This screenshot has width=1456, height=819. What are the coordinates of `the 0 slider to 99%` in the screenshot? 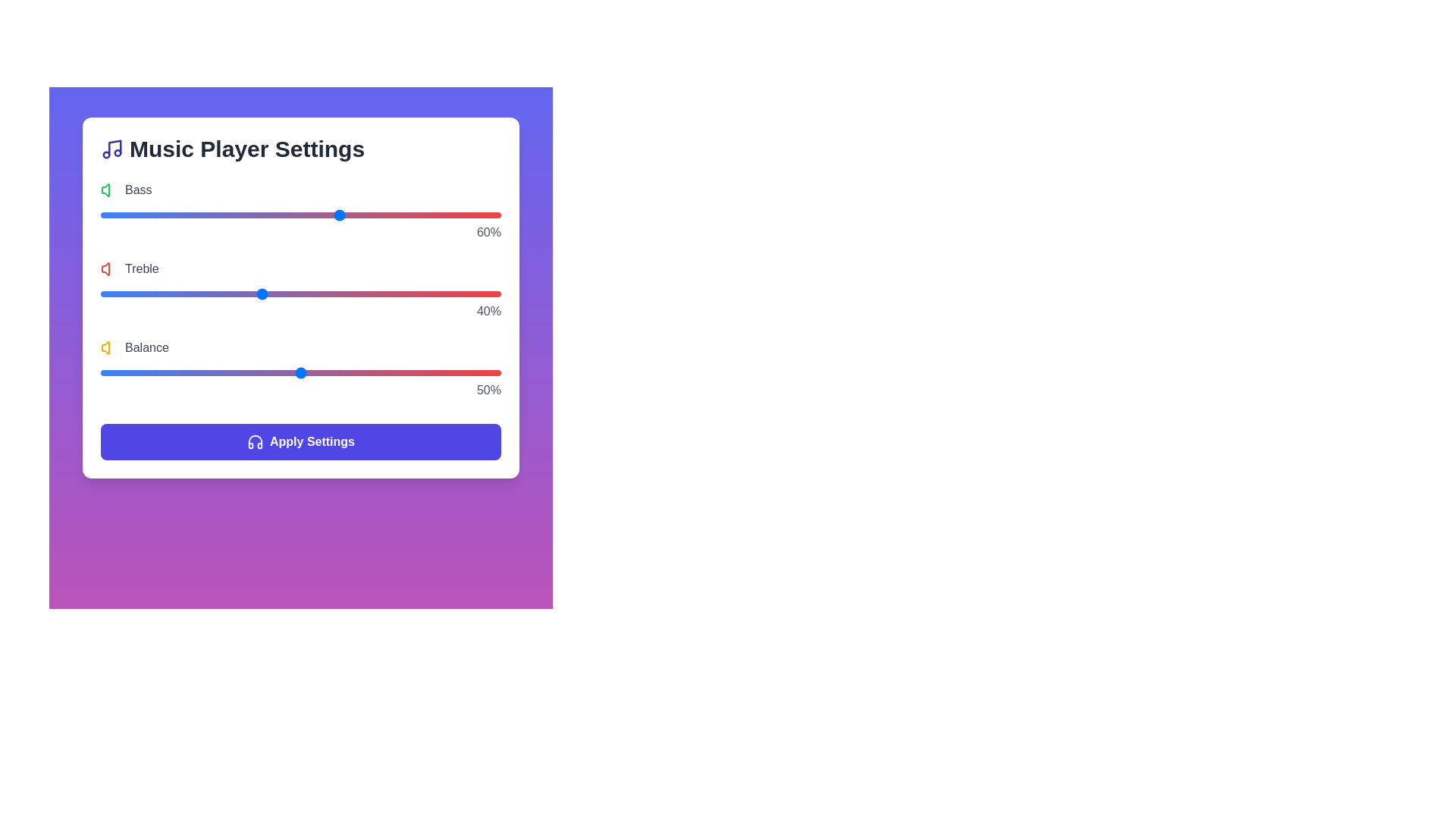 It's located at (497, 215).